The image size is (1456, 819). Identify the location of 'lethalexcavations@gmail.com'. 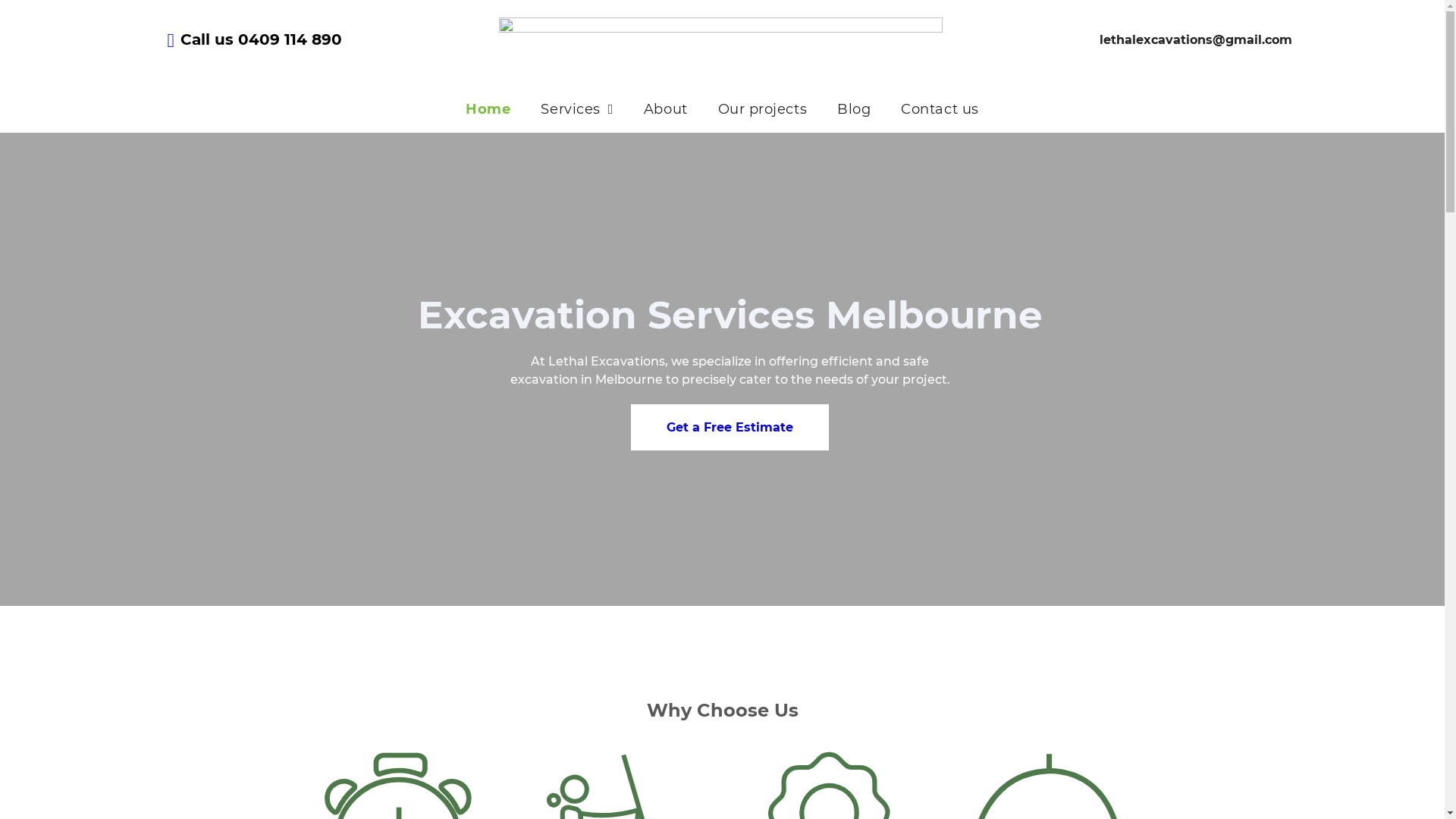
(1195, 38).